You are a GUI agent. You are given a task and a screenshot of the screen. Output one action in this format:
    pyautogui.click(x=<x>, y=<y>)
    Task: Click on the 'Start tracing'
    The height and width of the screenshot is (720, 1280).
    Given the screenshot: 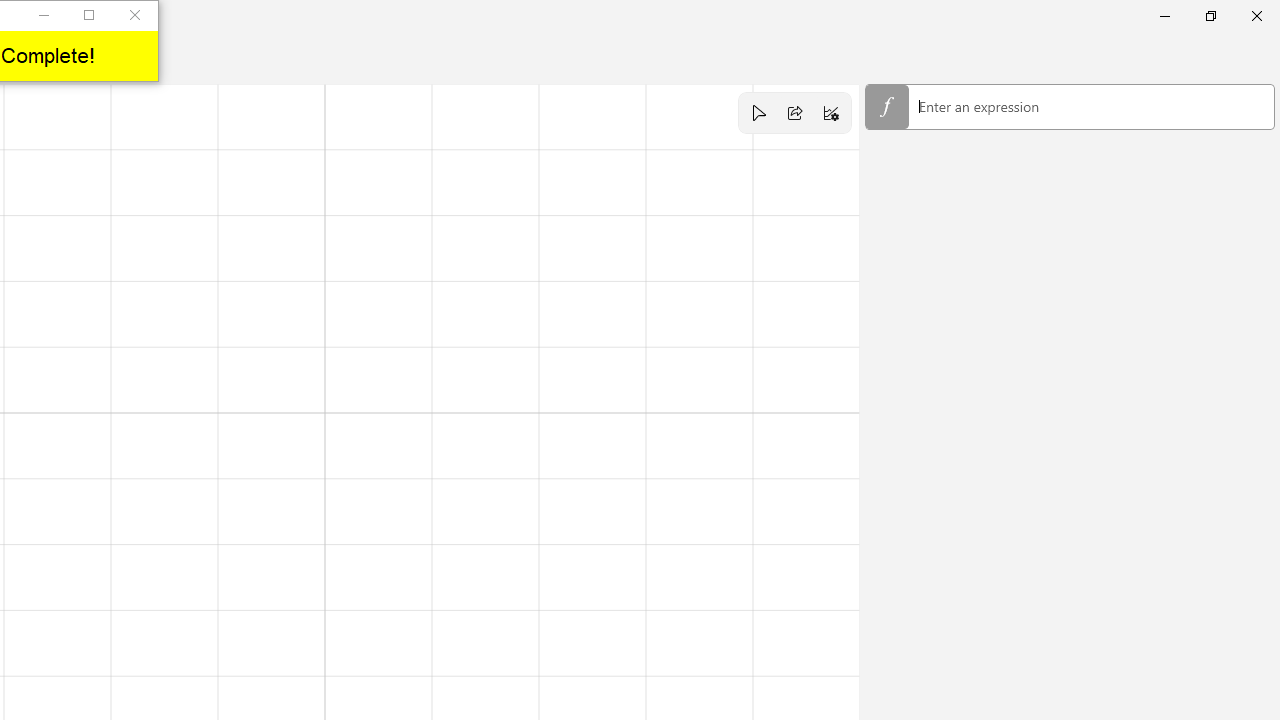 What is the action you would take?
    pyautogui.click(x=757, y=113)
    